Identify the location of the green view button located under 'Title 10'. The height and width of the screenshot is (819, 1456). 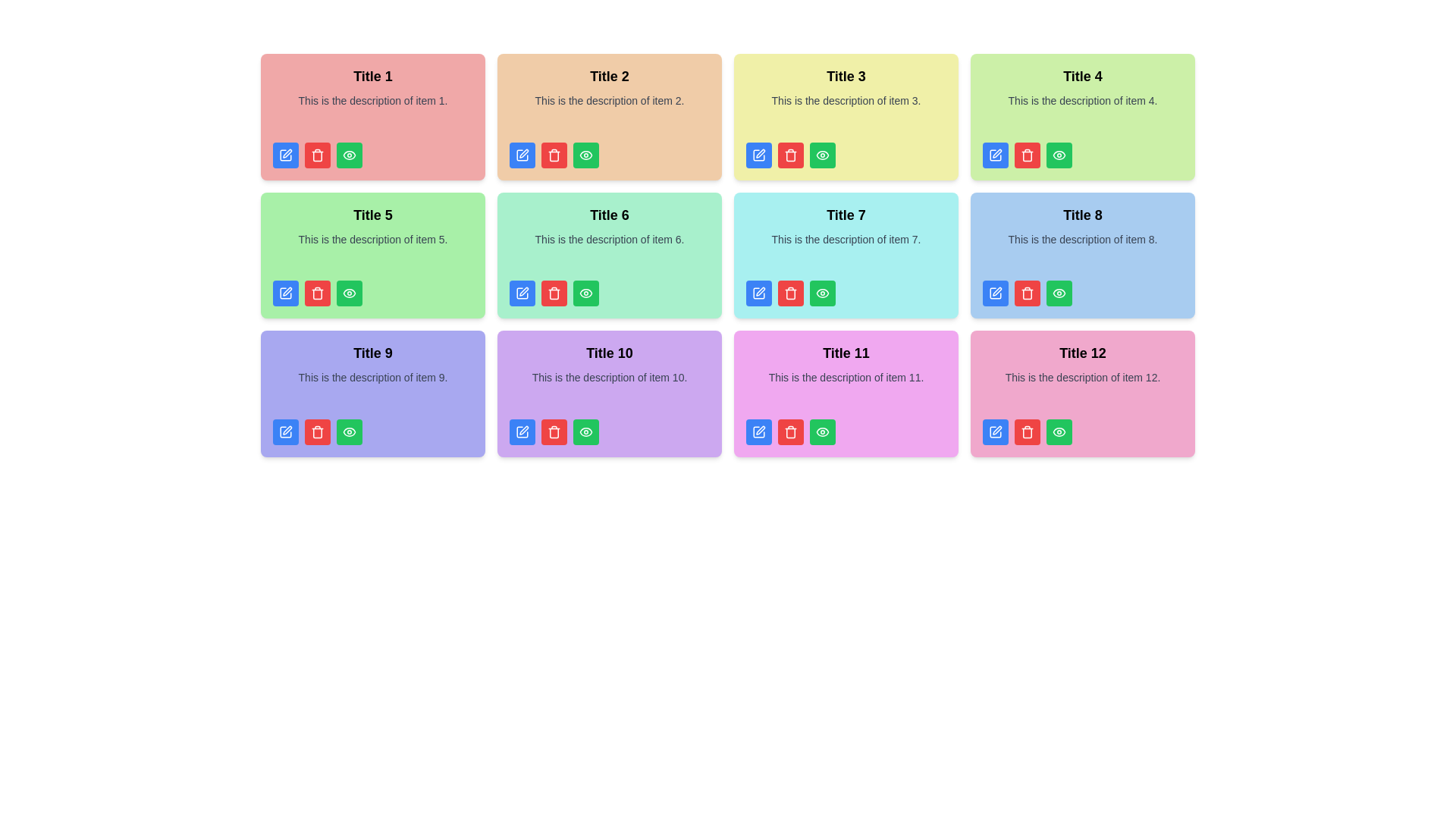
(585, 431).